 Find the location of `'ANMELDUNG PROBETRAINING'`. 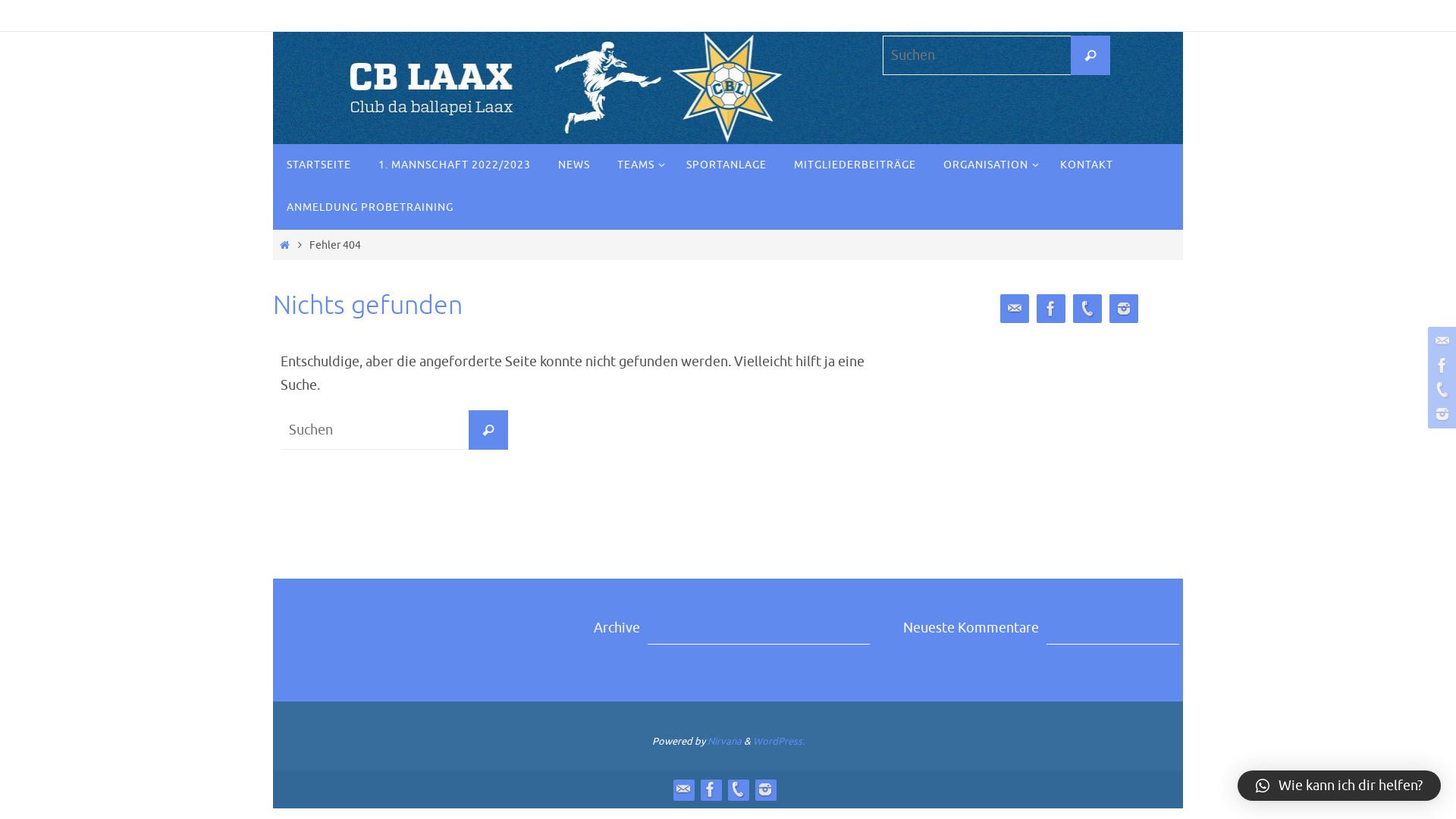

'ANMELDUNG PROBETRAINING' is located at coordinates (370, 207).